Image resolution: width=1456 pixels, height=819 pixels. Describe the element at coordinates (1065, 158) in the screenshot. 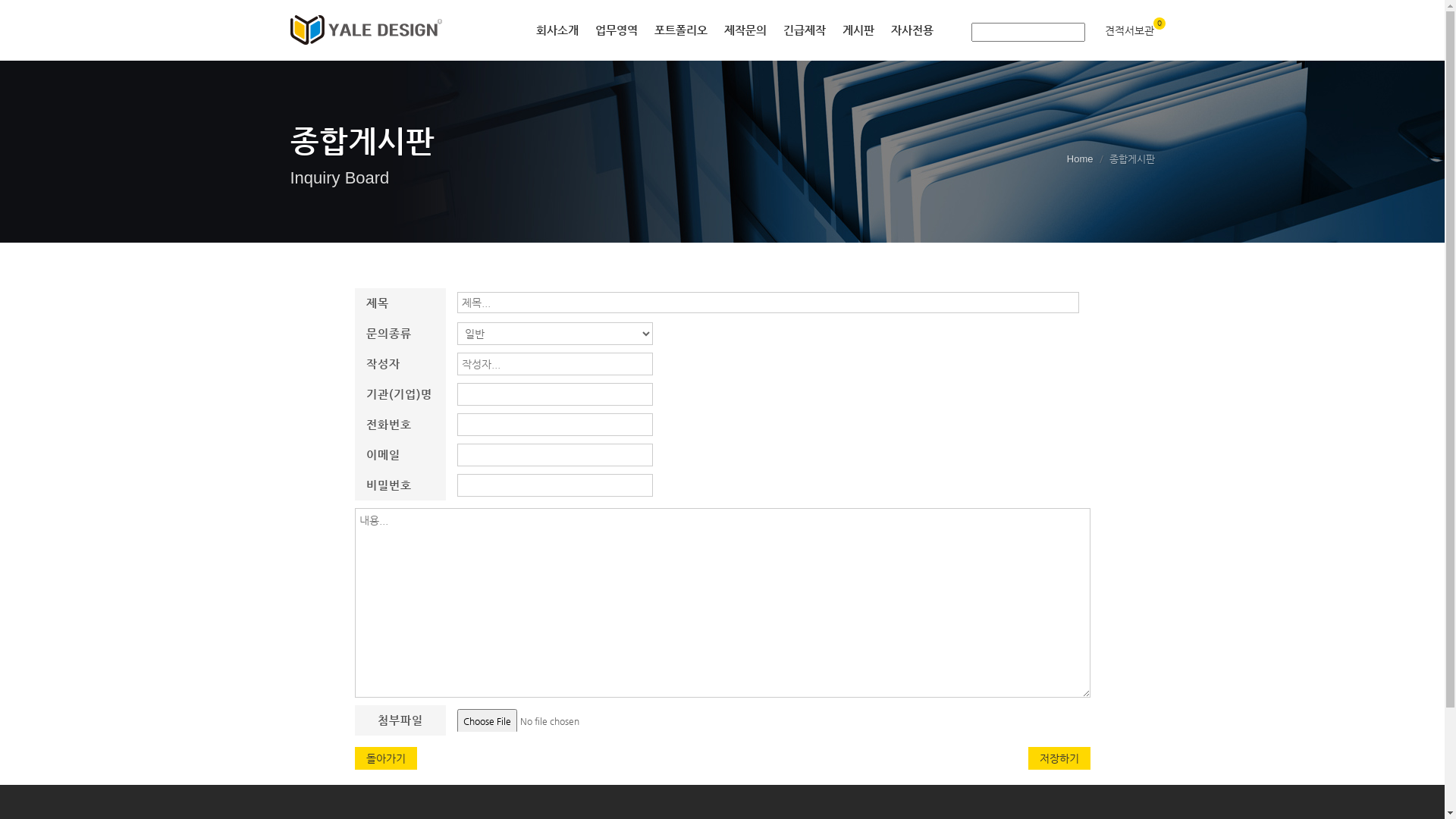

I see `'Home'` at that location.